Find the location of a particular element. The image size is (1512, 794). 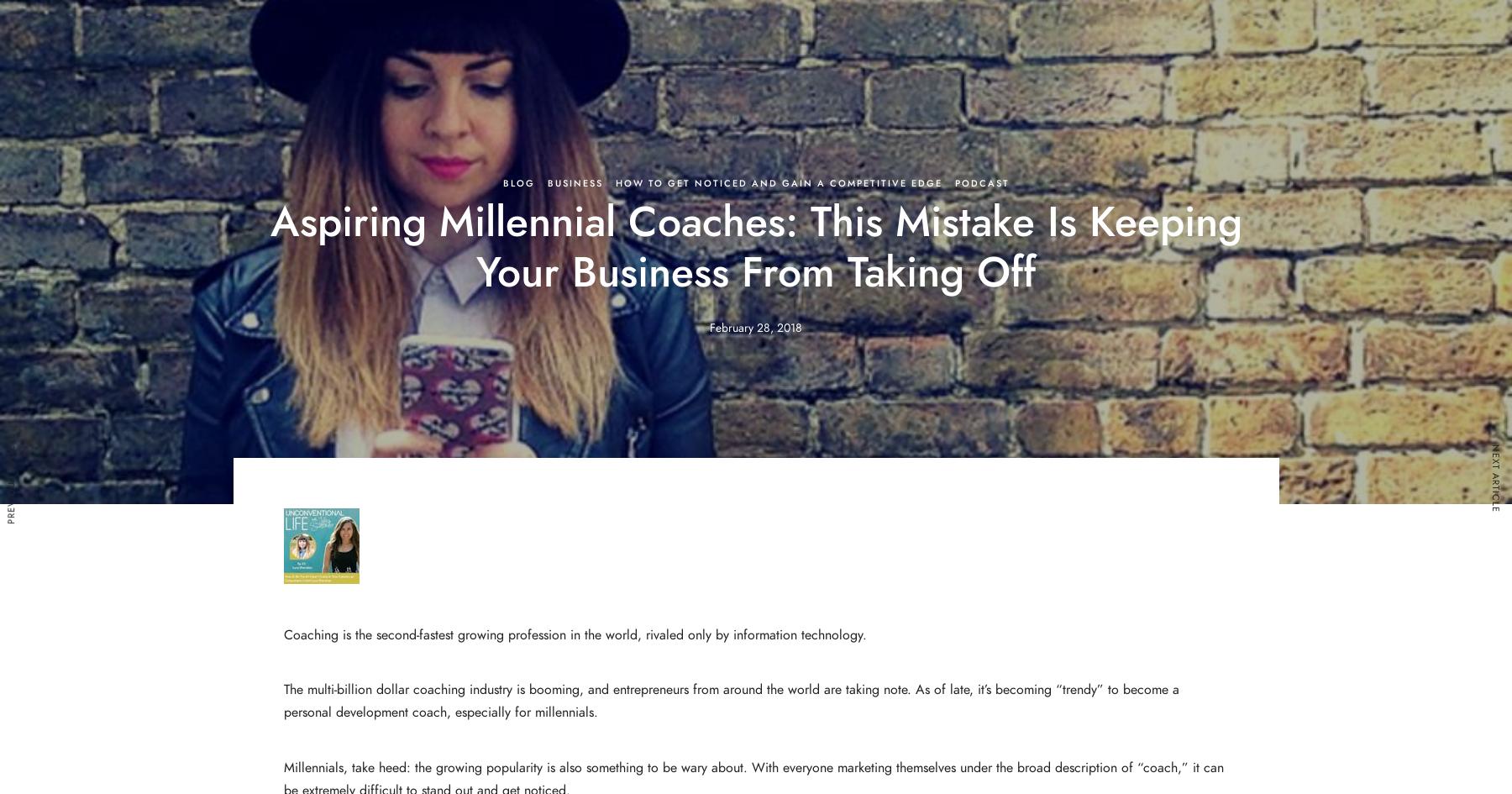

'Coaching is the second-fastest growing profession in the world, rivaled only by information technology.' is located at coordinates (281, 633).